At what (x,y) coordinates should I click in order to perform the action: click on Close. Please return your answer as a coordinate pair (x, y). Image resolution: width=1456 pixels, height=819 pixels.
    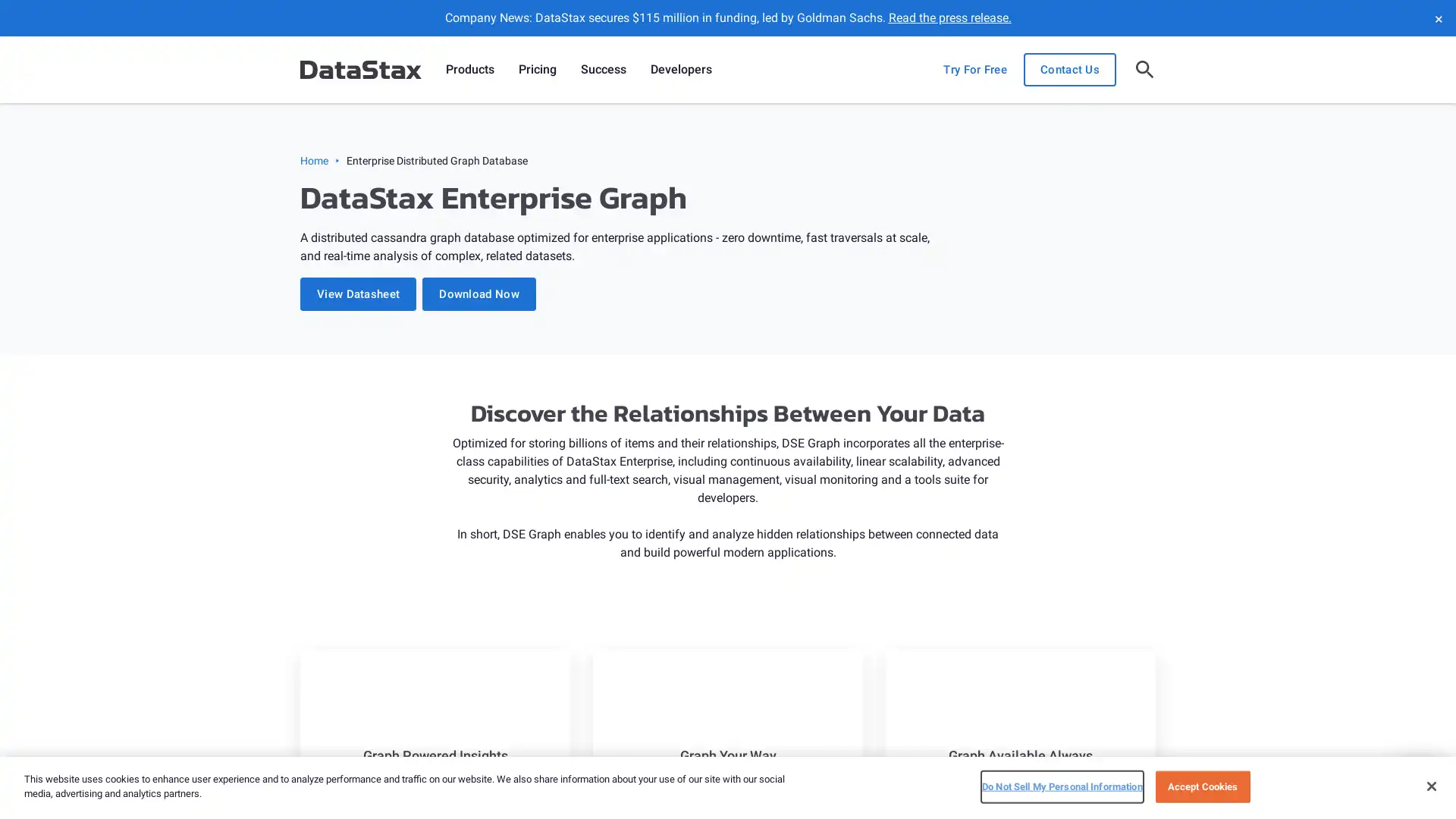
    Looking at the image, I should click on (1430, 785).